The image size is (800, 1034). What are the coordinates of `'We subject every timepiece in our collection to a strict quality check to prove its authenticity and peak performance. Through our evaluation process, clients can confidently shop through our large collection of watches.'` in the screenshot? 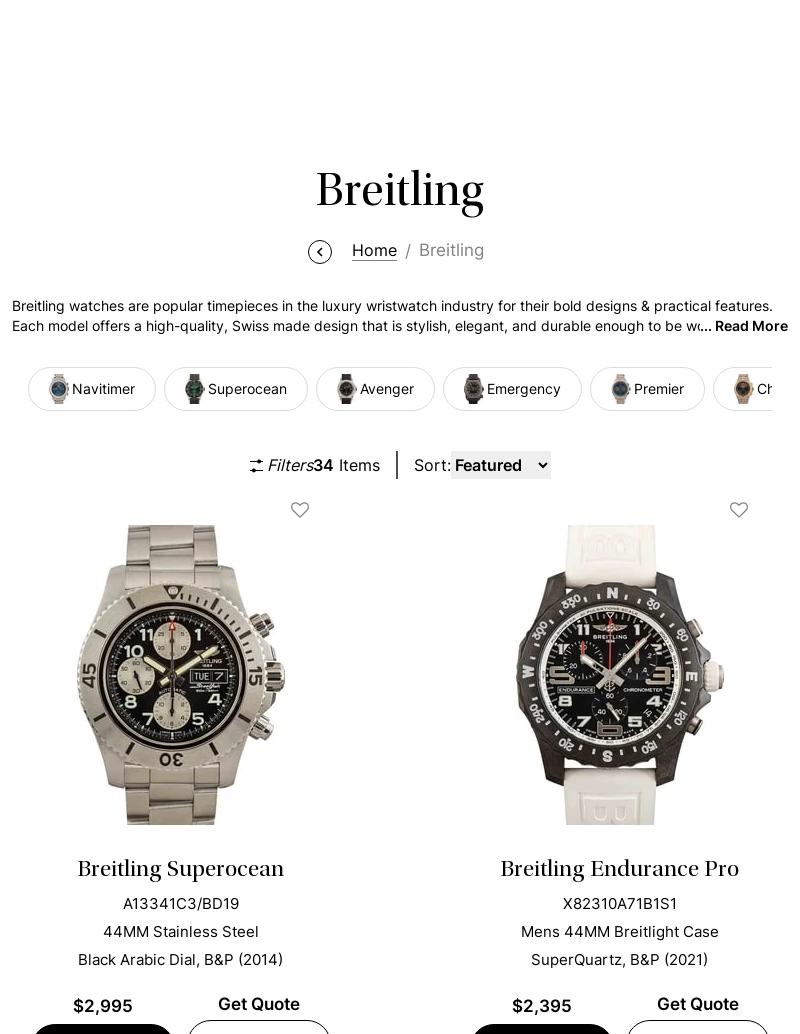 It's located at (387, 963).